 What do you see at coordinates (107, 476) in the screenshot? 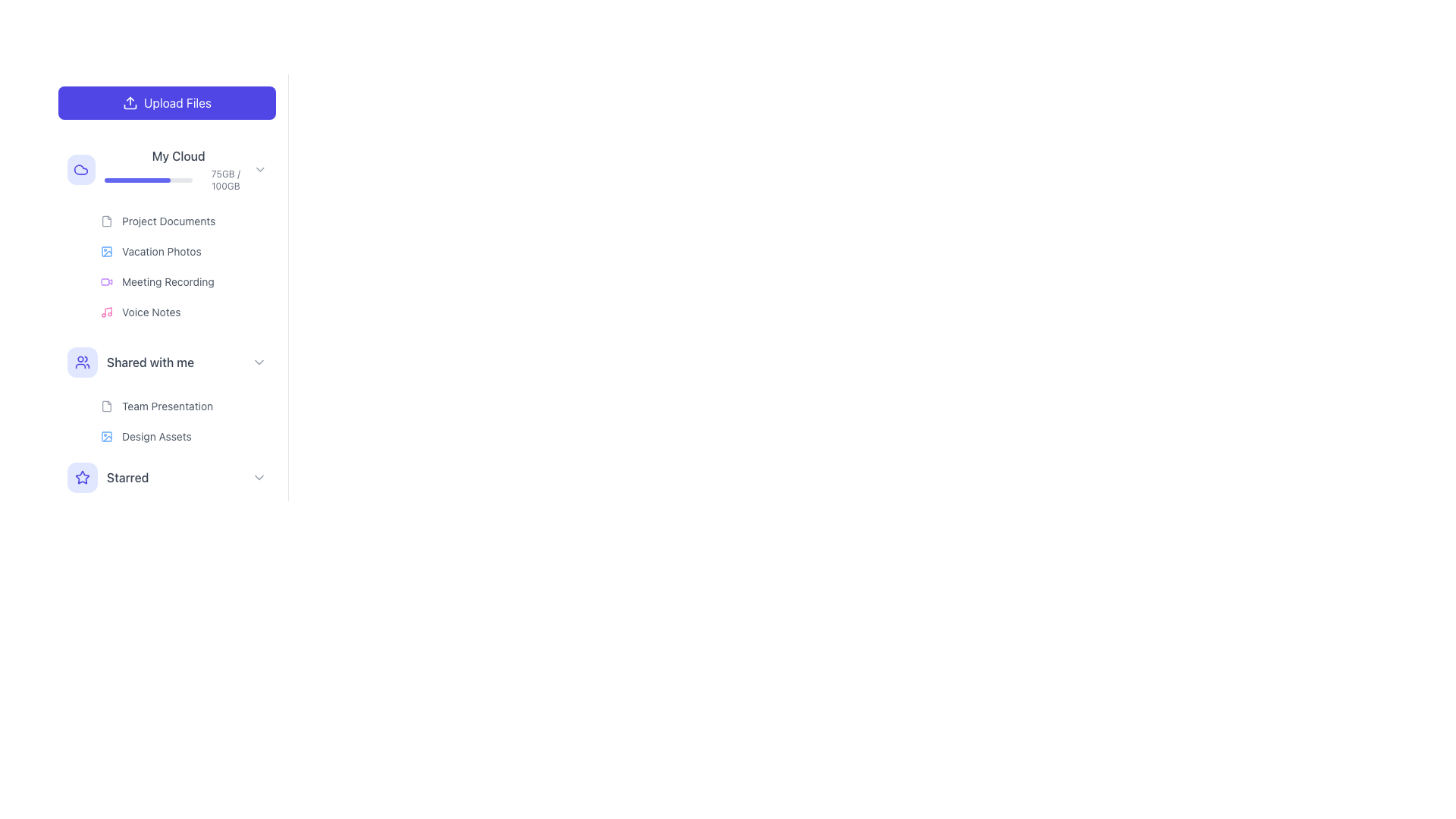
I see `the 'Starred' menu link item in the vertical sidebar menu` at bounding box center [107, 476].